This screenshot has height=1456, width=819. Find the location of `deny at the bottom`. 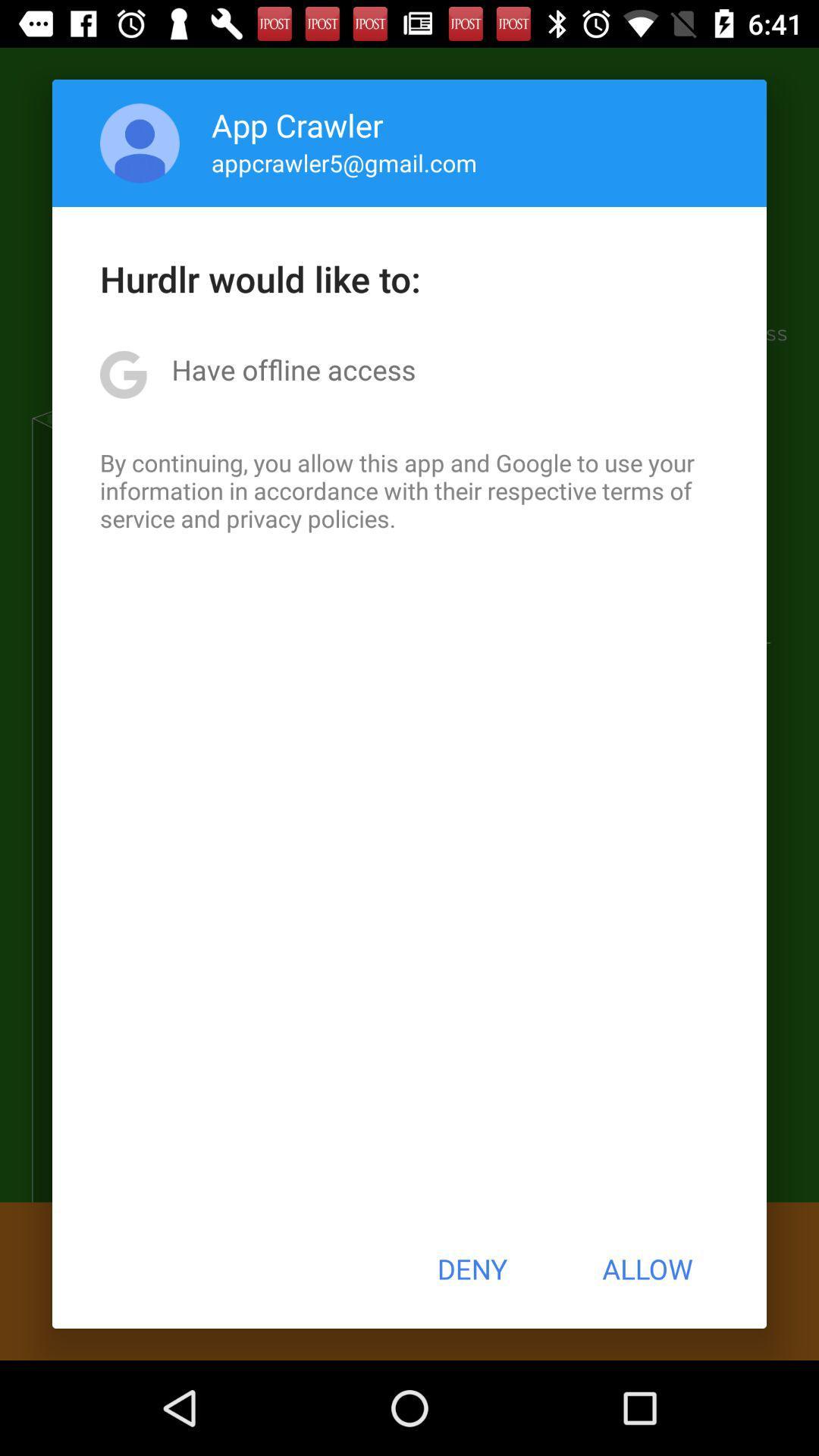

deny at the bottom is located at coordinates (471, 1269).